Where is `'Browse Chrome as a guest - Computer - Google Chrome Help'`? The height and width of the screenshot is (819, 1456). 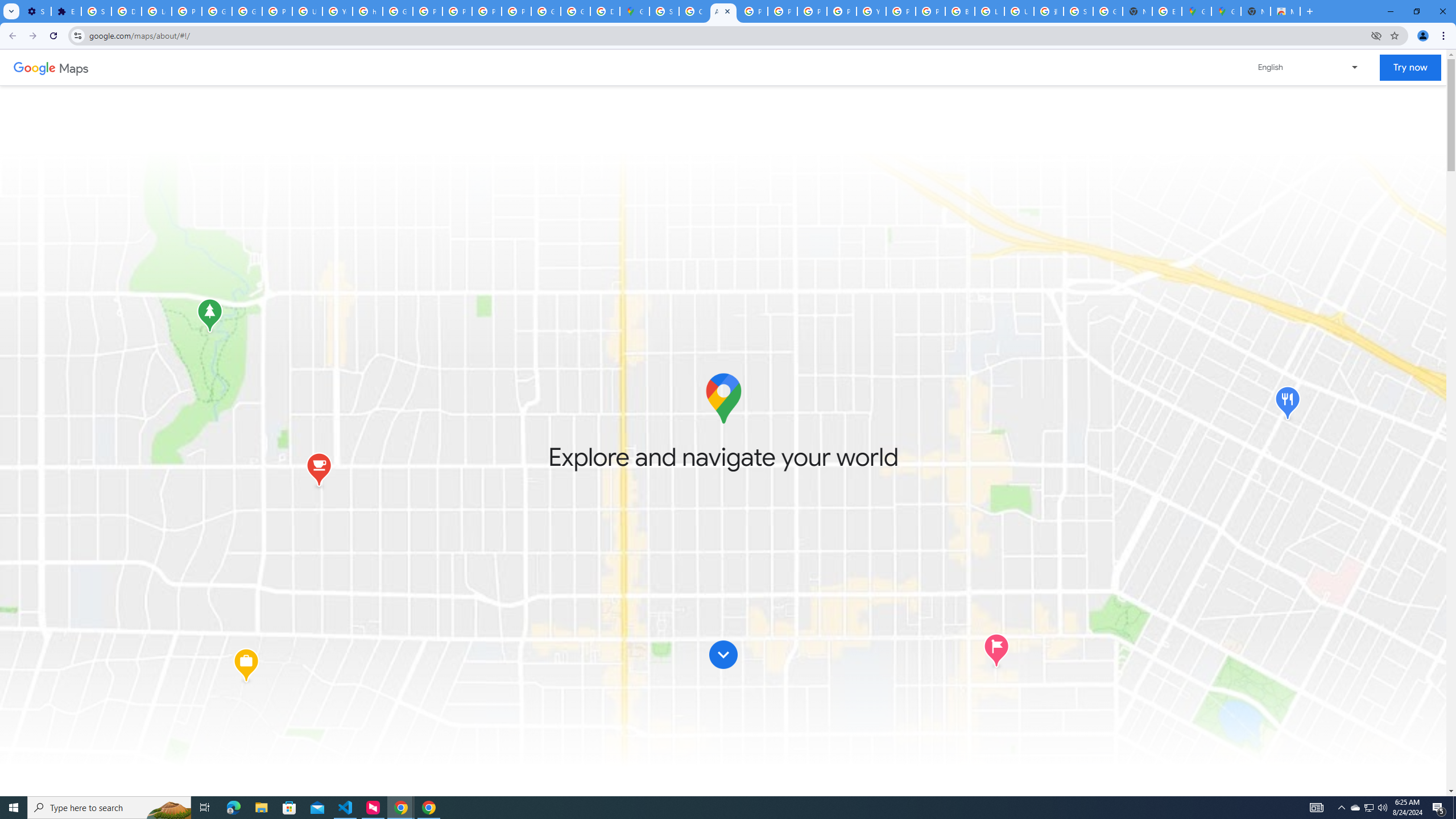
'Browse Chrome as a guest - Computer - Google Chrome Help' is located at coordinates (959, 11).